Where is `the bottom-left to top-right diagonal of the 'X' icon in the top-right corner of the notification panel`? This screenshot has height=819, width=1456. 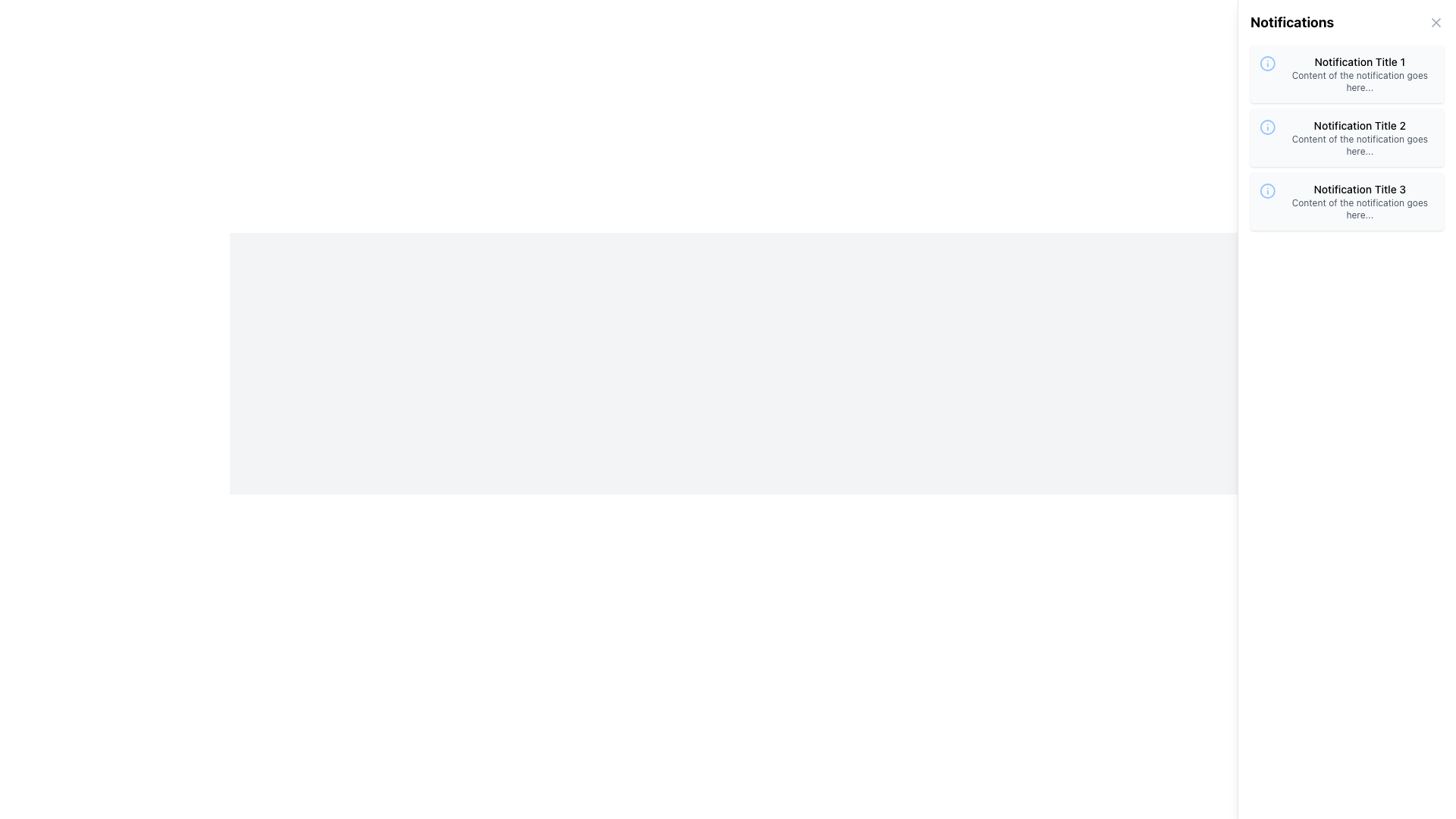
the bottom-left to top-right diagonal of the 'X' icon in the top-right corner of the notification panel is located at coordinates (1436, 23).